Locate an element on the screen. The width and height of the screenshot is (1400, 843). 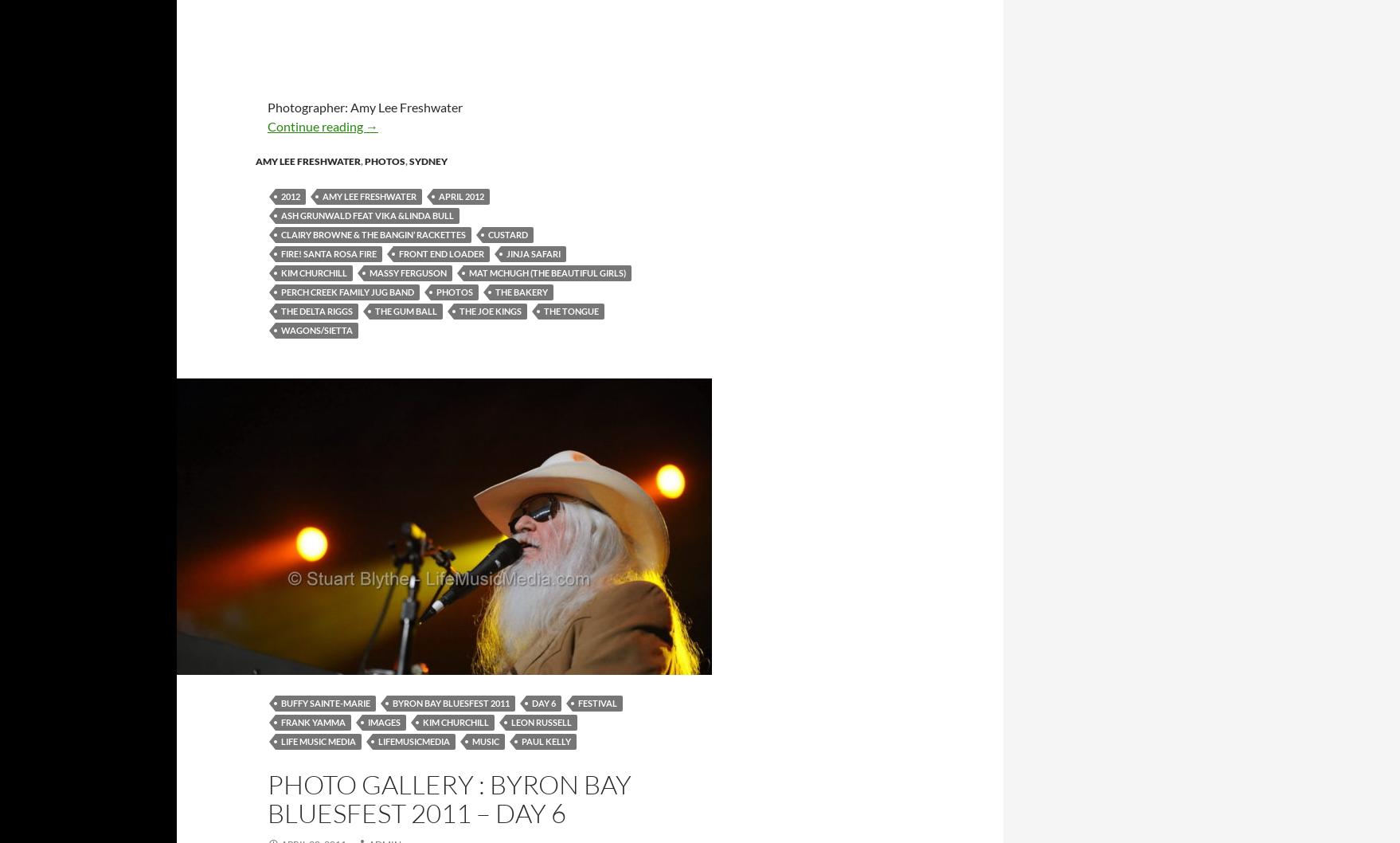
'Continue reading' is located at coordinates (316, 124).